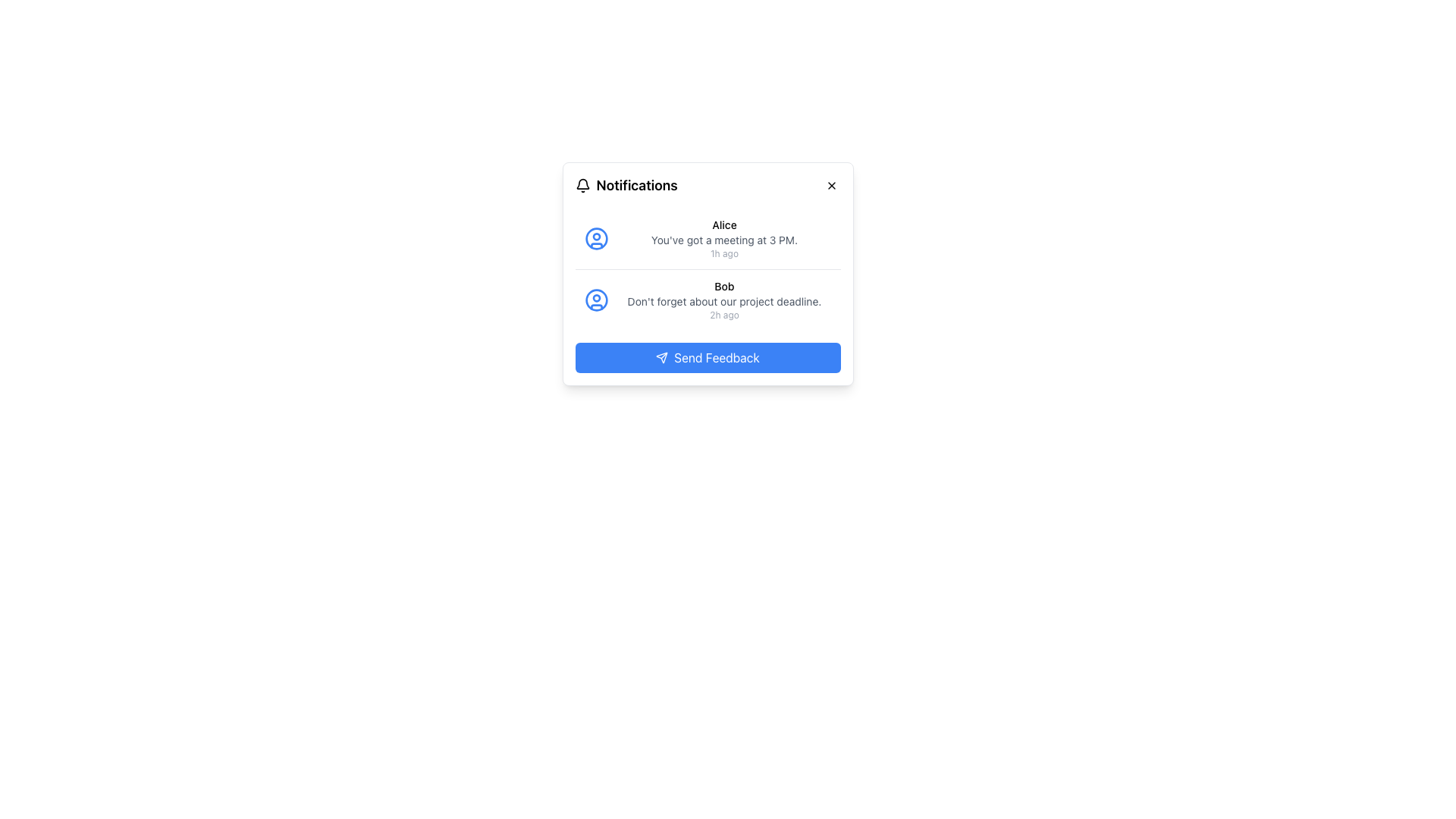 The image size is (1456, 819). Describe the element at coordinates (582, 183) in the screenshot. I see `the notification bell icon, which is the main body of the bell design located in the Notifications pop-up panel` at that location.